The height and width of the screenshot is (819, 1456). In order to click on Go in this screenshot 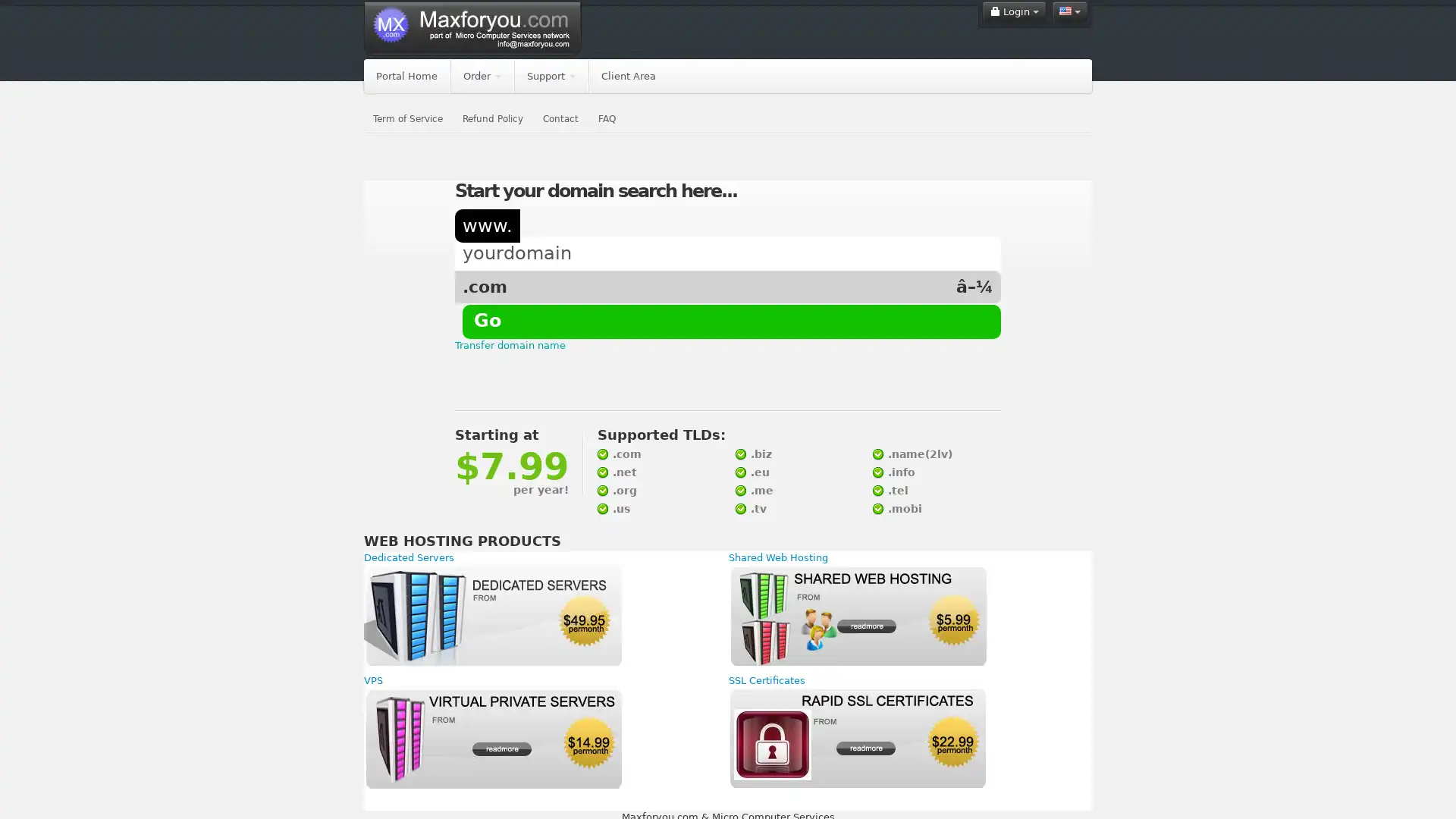, I will do `click(488, 321)`.